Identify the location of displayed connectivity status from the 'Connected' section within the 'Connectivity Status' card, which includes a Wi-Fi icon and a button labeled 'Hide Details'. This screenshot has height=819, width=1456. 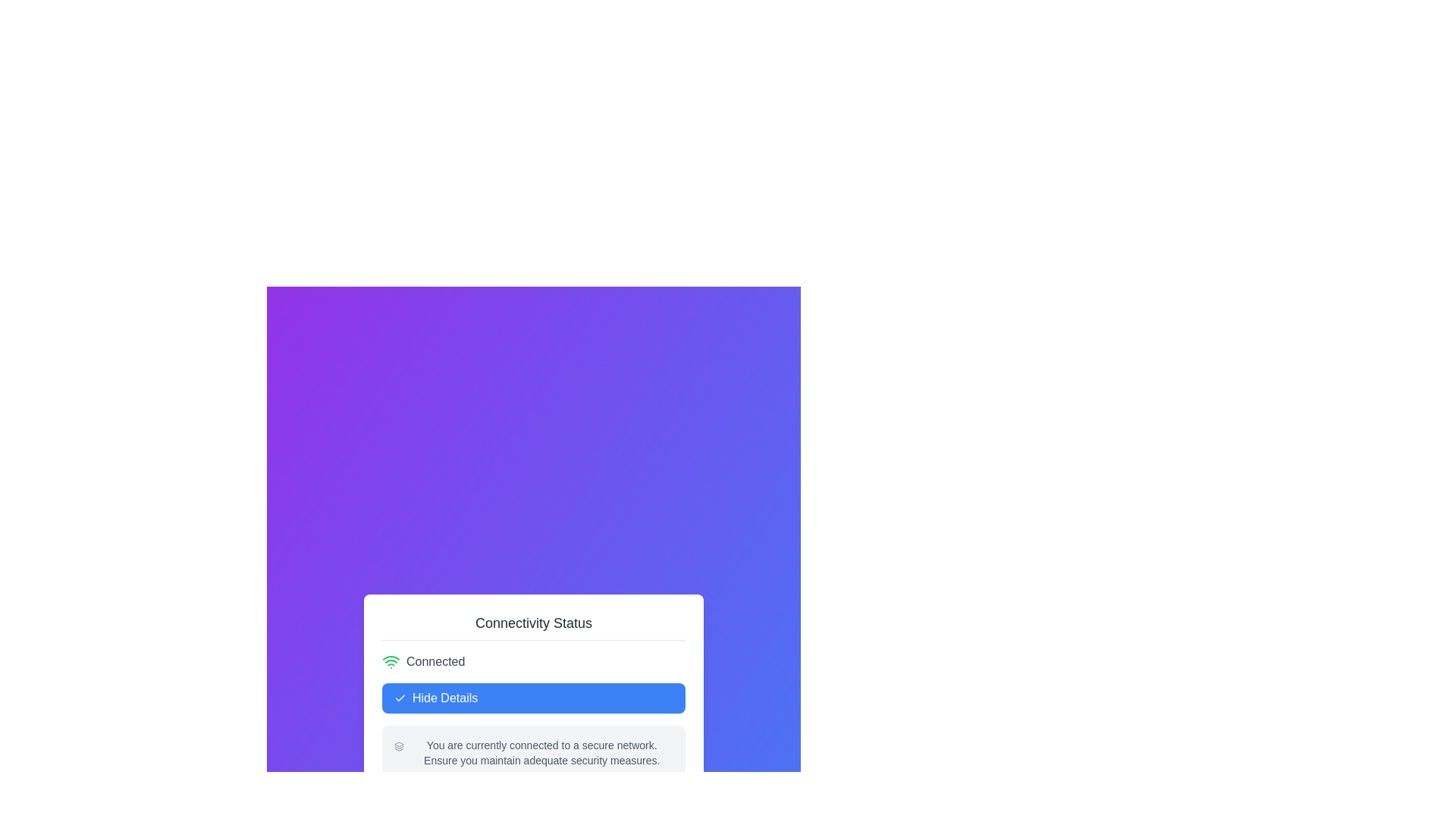
(534, 716).